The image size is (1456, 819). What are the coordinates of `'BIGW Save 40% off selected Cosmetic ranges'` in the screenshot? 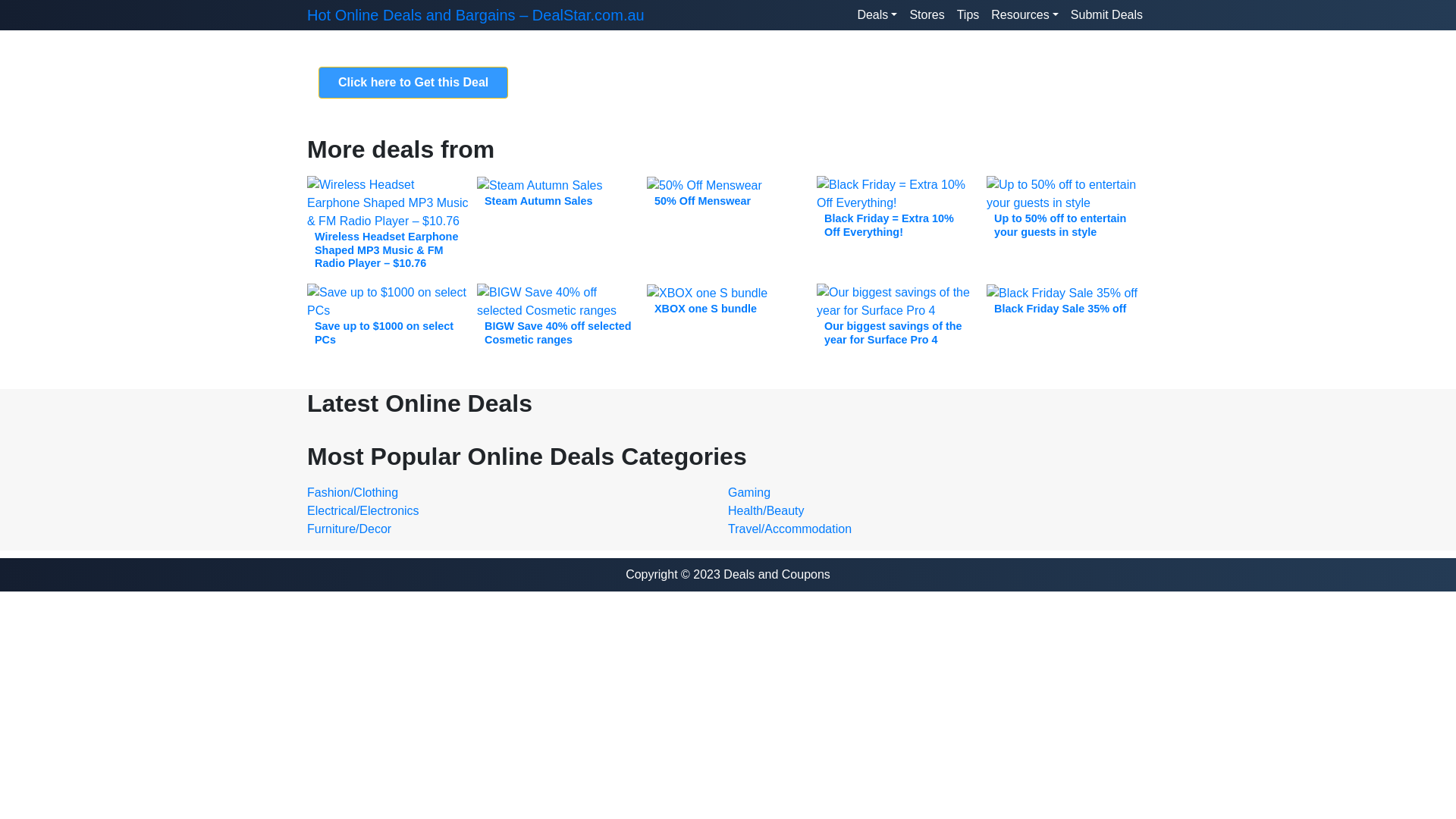 It's located at (557, 318).